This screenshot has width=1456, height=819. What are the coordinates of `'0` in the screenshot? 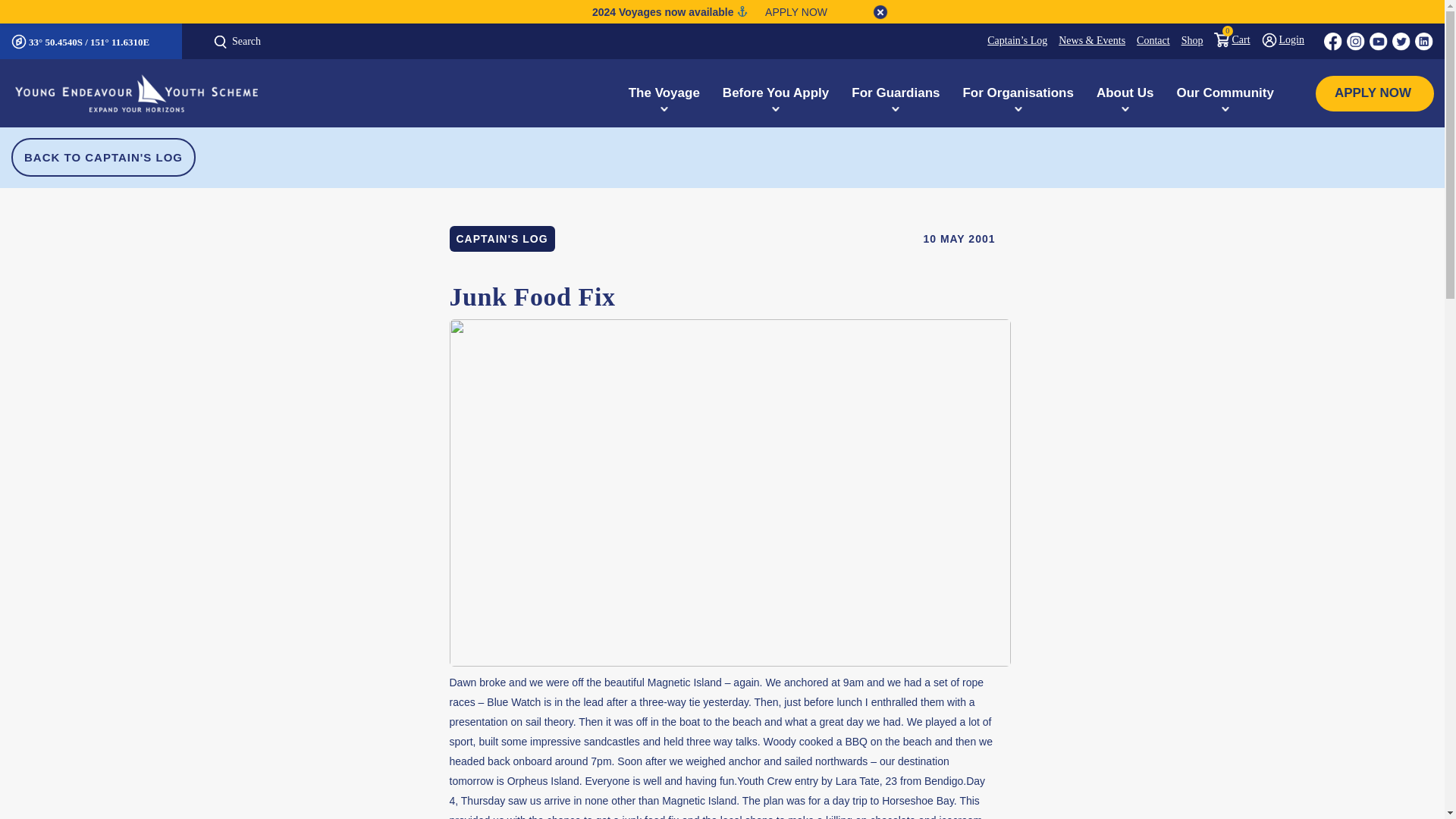 It's located at (1226, 38).